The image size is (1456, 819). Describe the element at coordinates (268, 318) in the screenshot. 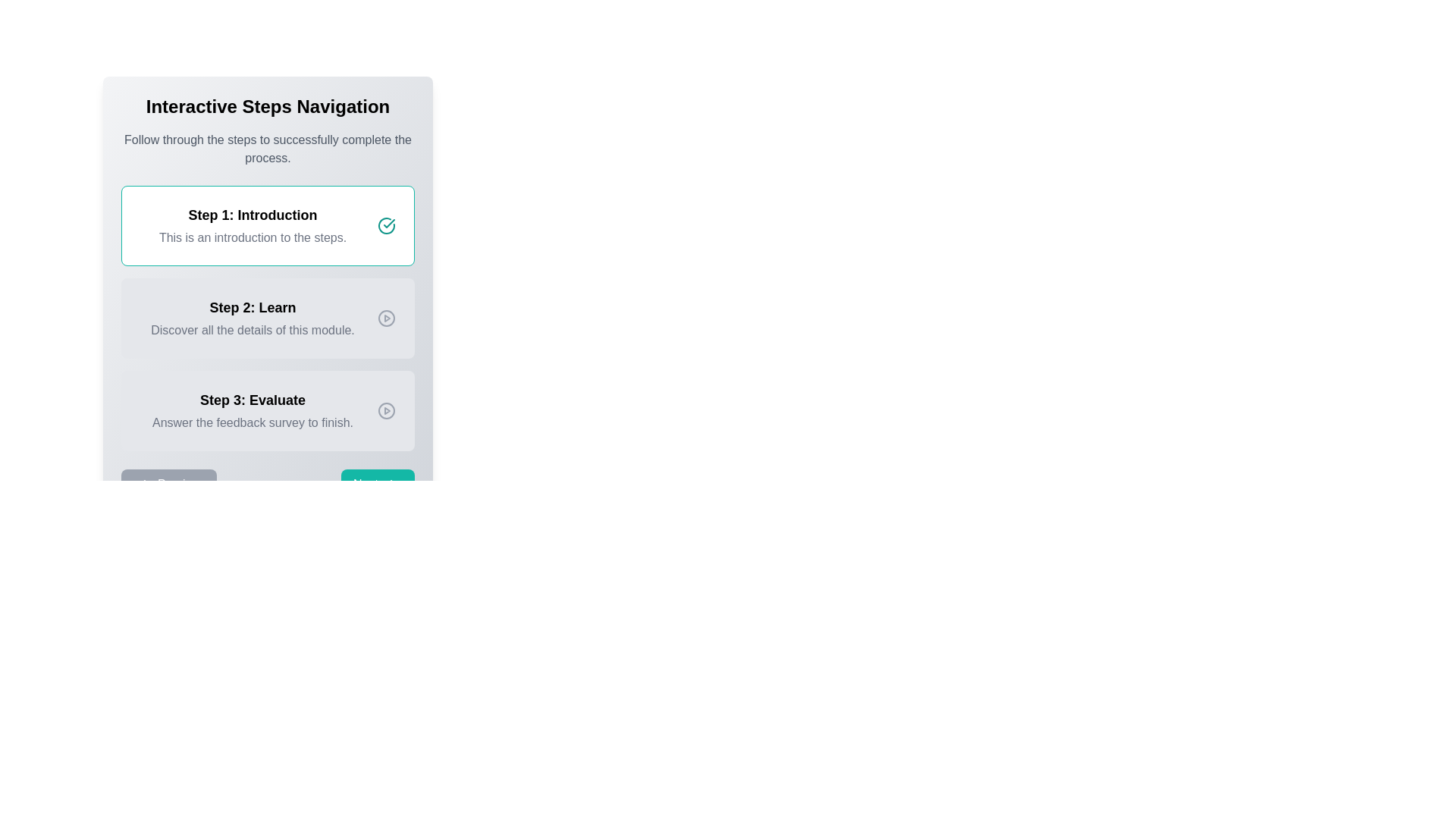

I see `the second interactive informational block in the 'Interactive Steps Navigation' section that is positioned between 'Step 1: Introduction' and 'Step 3: Evaluate'` at that location.